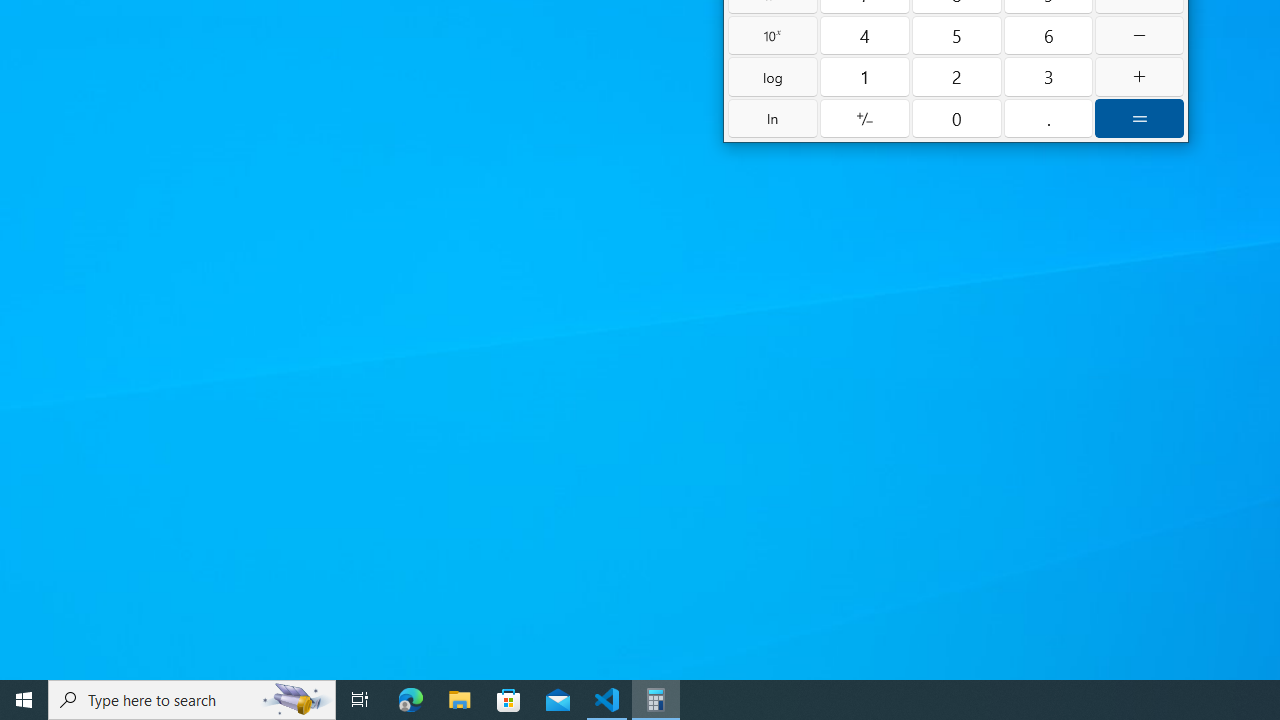 The image size is (1280, 720). What do you see at coordinates (955, 76) in the screenshot?
I see `'Two'` at bounding box center [955, 76].